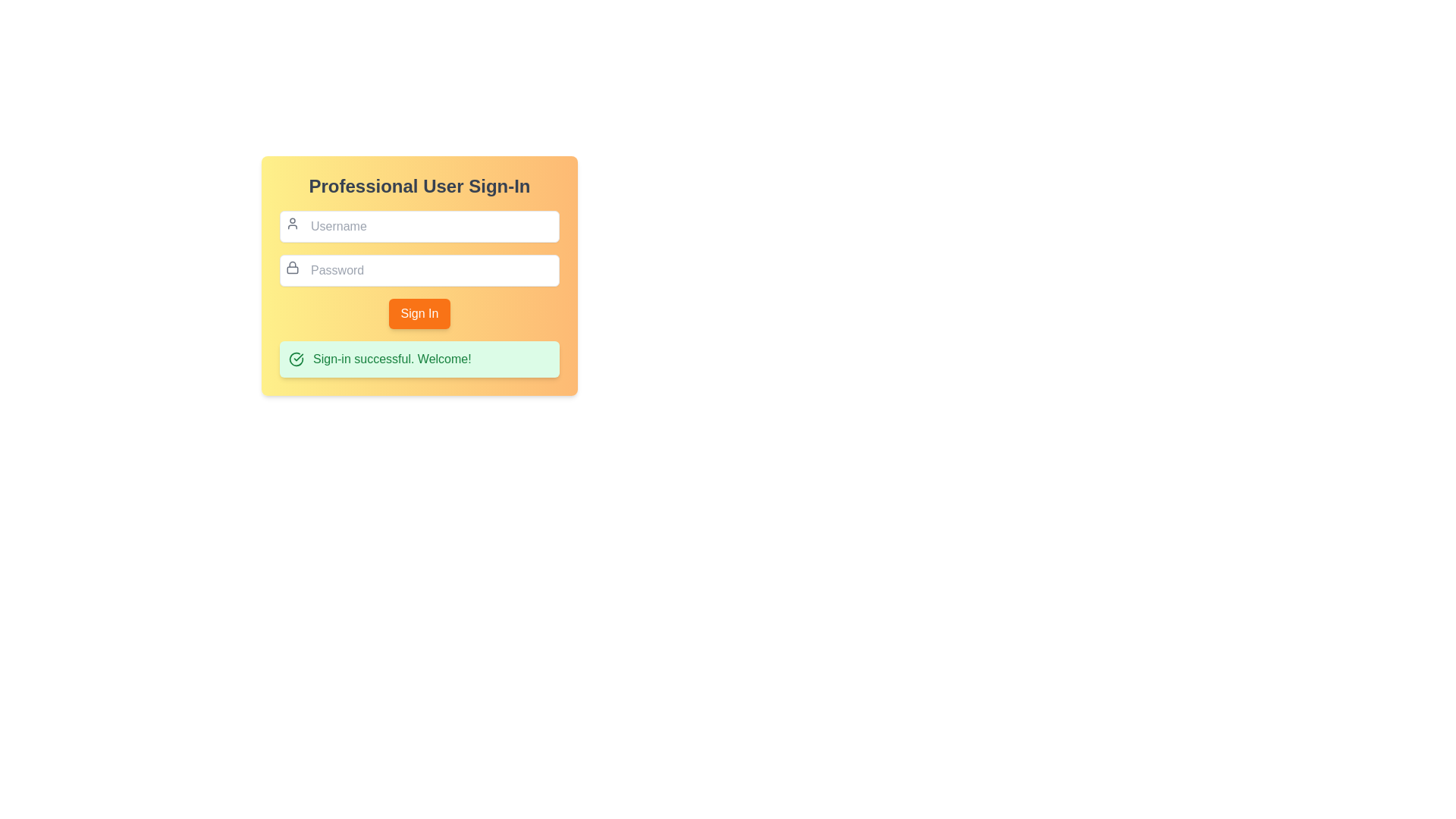 The height and width of the screenshot is (819, 1456). Describe the element at coordinates (419, 312) in the screenshot. I see `the 'Sign In' button with a vibrant orange background` at that location.